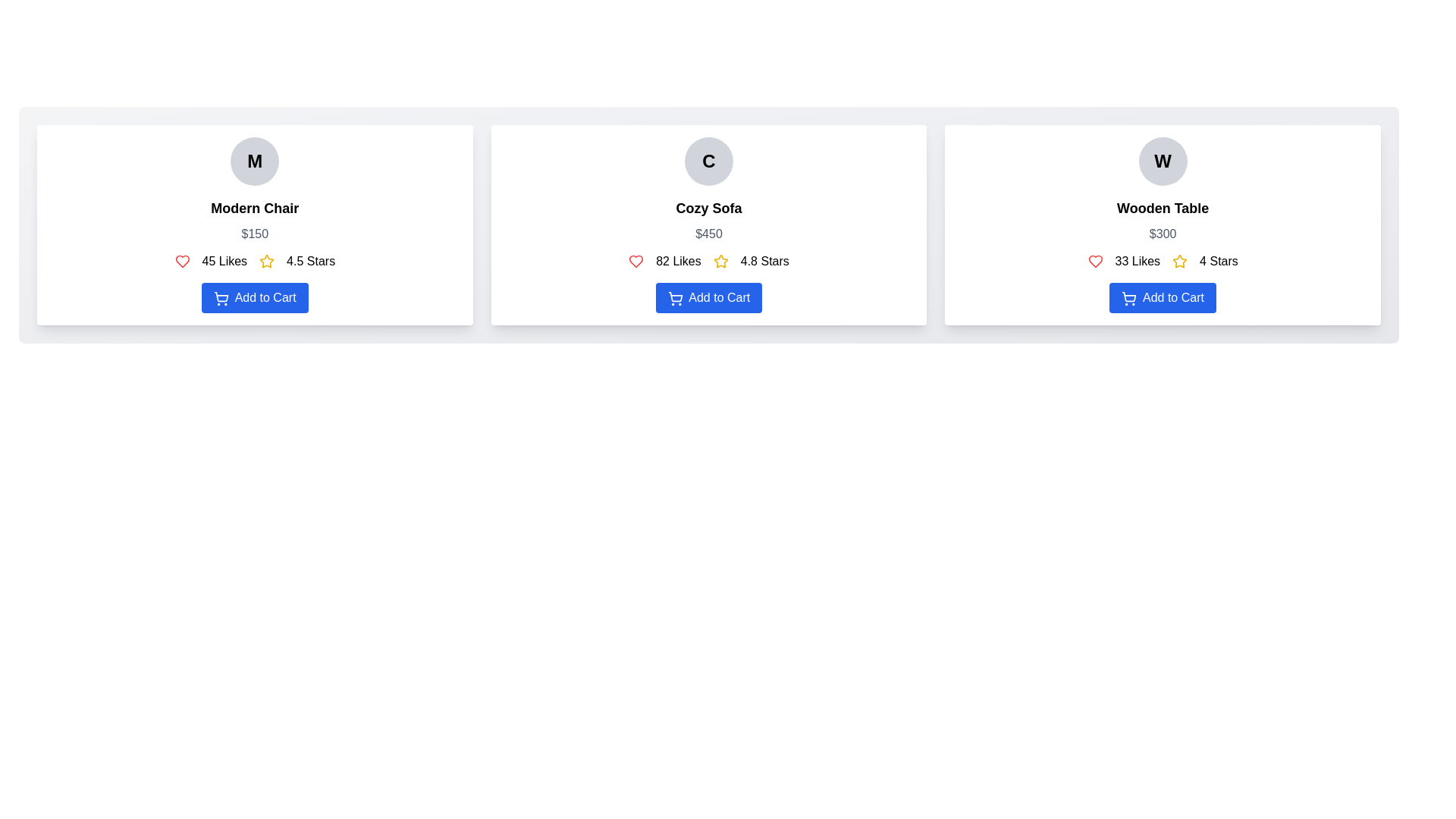 The image size is (1456, 819). What do you see at coordinates (636, 260) in the screenshot?
I see `the visual state of the 'like' icon located in the second product card, positioned just below the product name and price, next to '82 Likes' for the 'Cozy Sofa' product` at bounding box center [636, 260].